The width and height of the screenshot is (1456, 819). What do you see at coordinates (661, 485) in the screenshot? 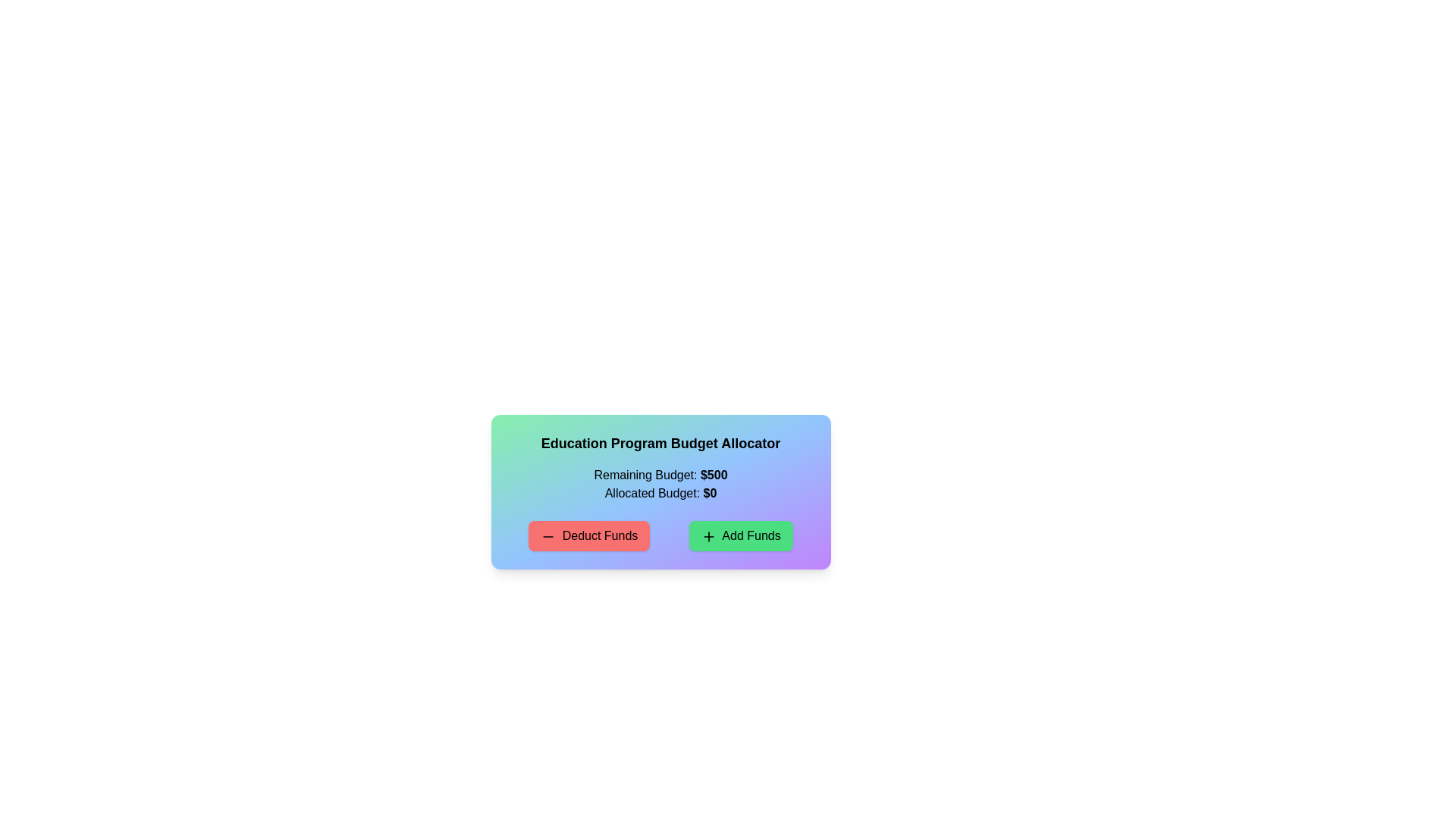
I see `the Informational Text Display that shows 'Remaining Budget: $500' and 'Allocated Budget: $0', which is styled in bold and centered below the title 'Education Program Budget Allocator'` at bounding box center [661, 485].